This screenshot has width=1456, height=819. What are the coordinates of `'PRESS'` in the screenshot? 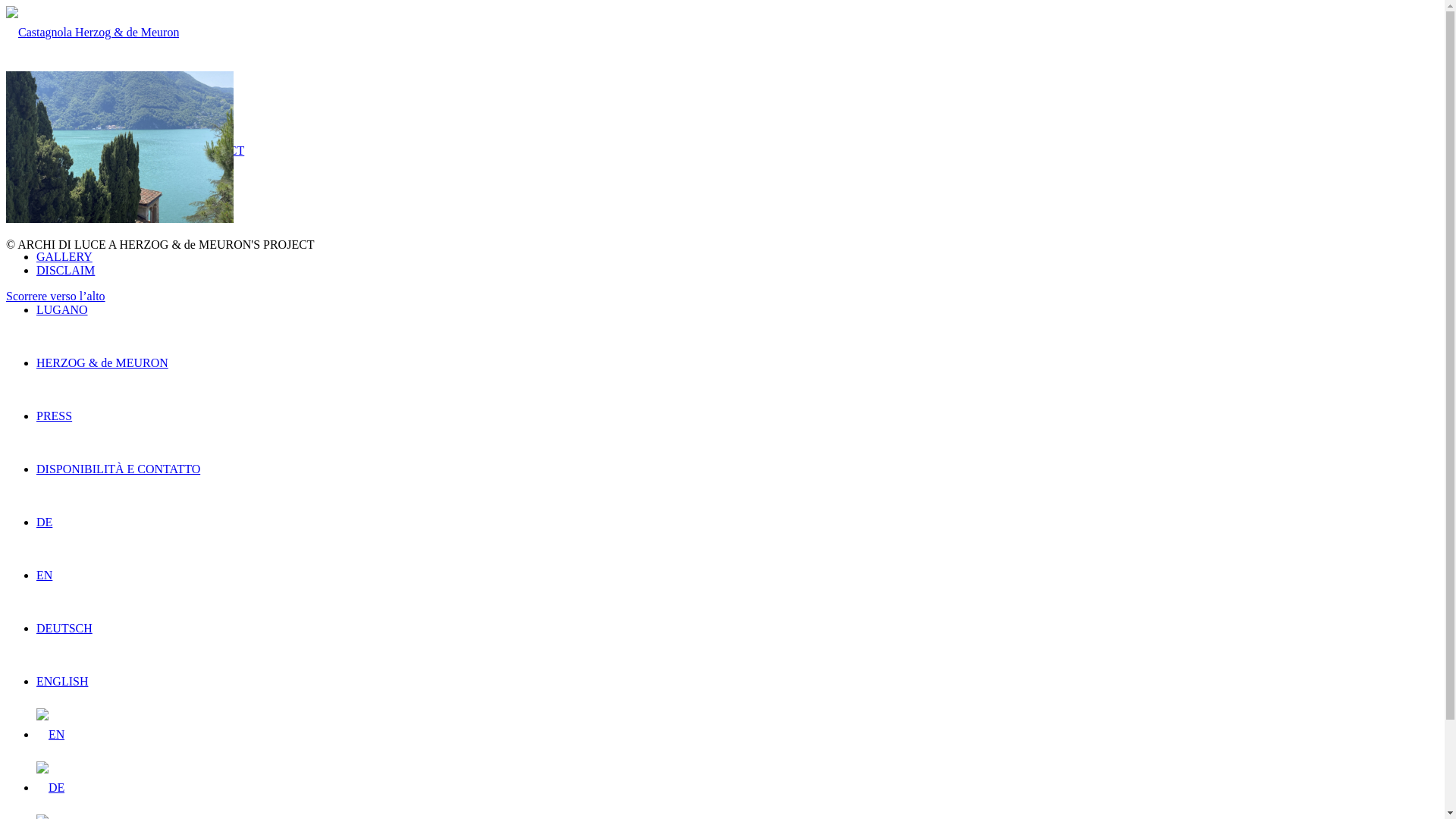 It's located at (54, 416).